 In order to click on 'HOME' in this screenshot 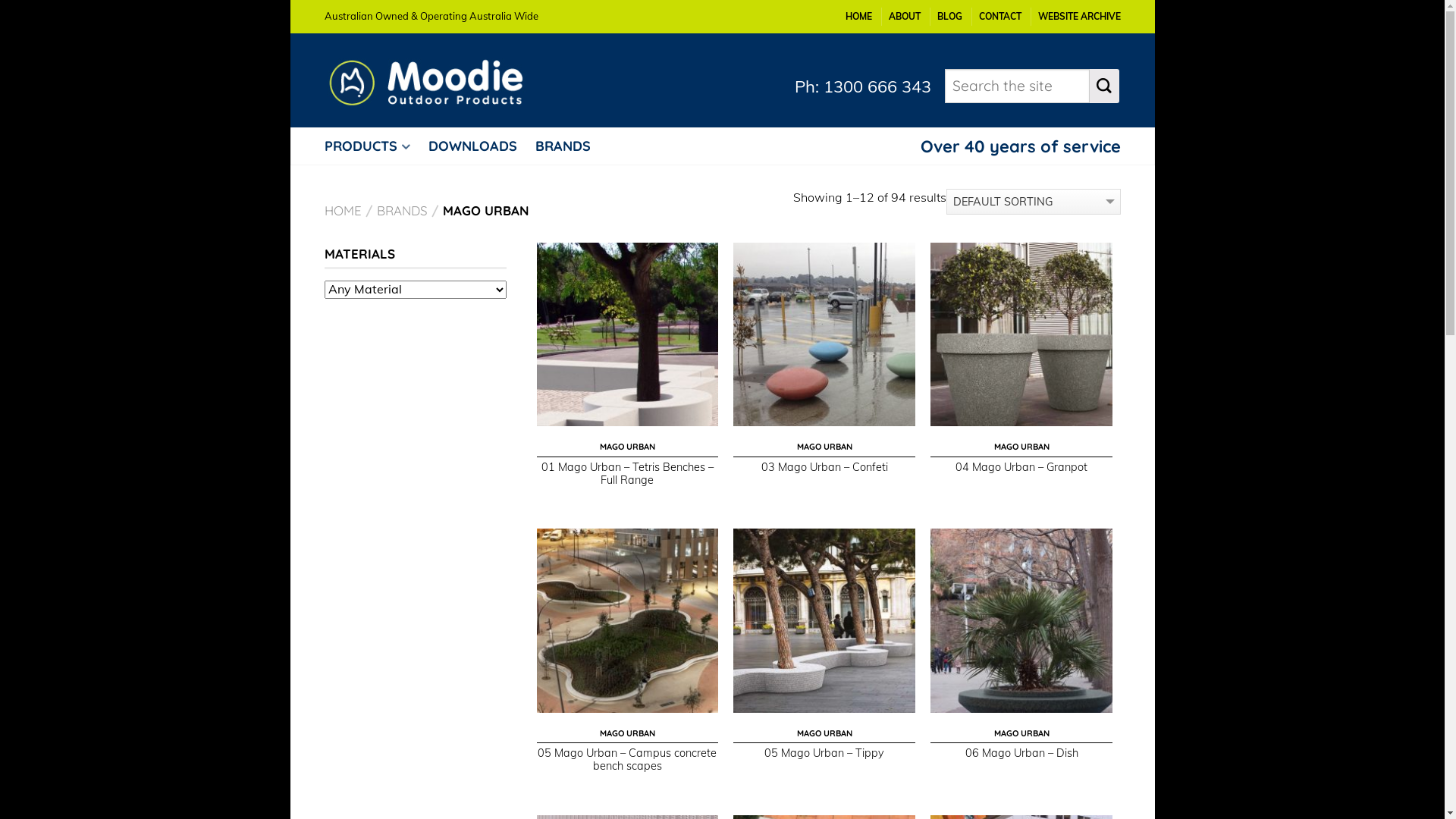, I will do `click(858, 16)`.